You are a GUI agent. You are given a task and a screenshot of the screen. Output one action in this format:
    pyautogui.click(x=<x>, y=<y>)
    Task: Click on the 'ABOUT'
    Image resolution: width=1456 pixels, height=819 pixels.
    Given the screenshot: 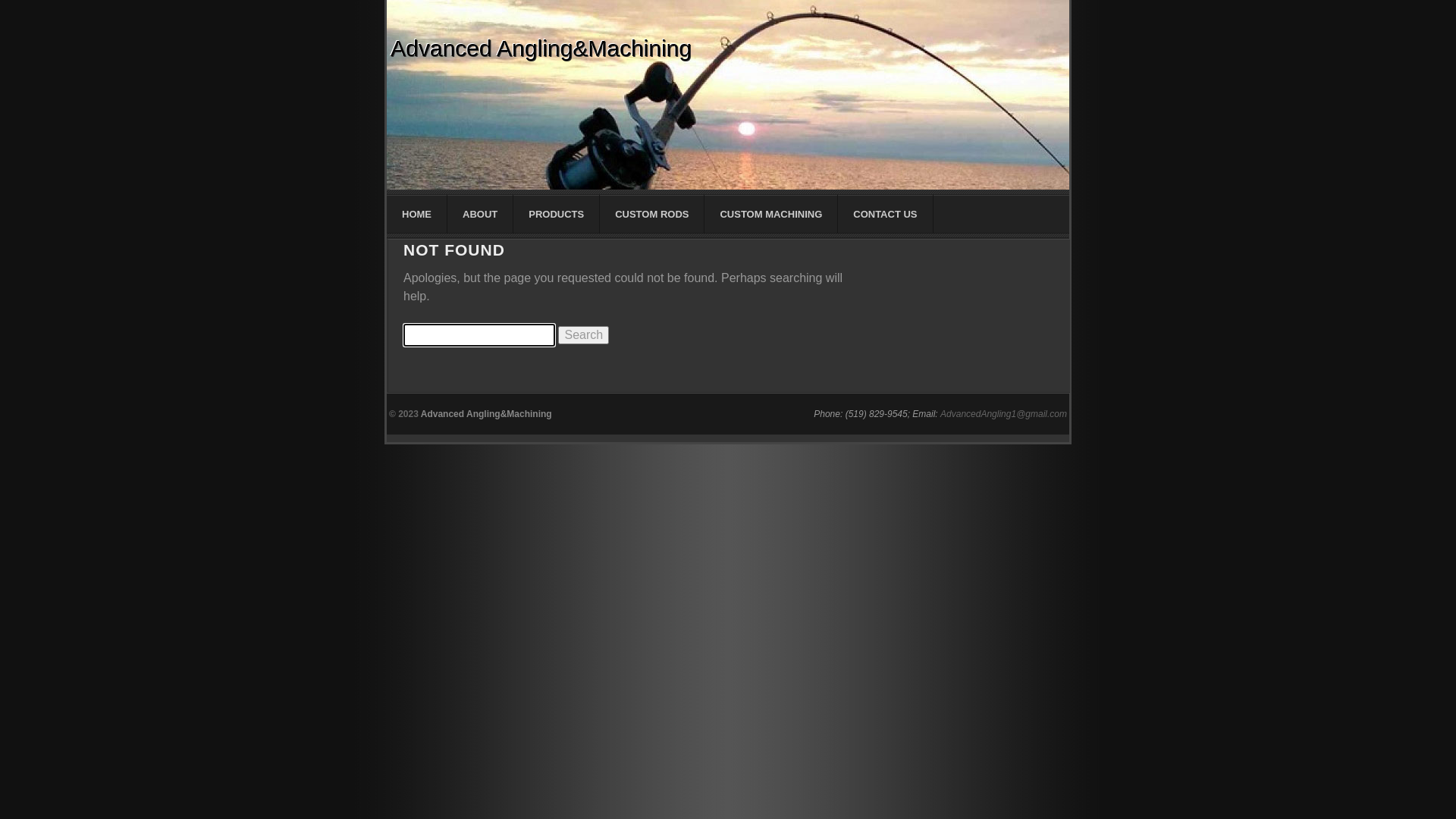 What is the action you would take?
    pyautogui.click(x=447, y=214)
    